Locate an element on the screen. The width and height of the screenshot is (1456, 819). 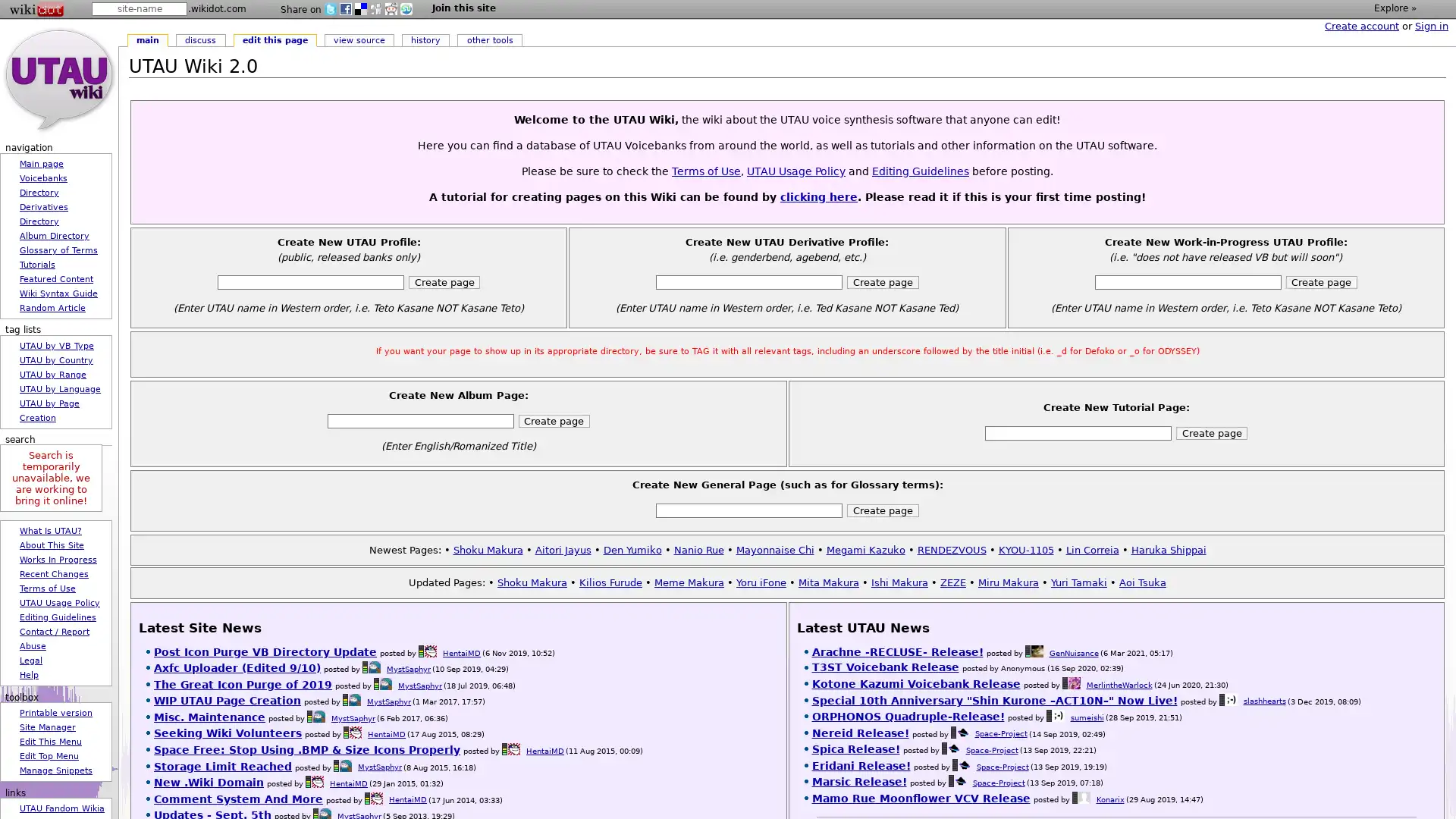
Create page is located at coordinates (1320, 282).